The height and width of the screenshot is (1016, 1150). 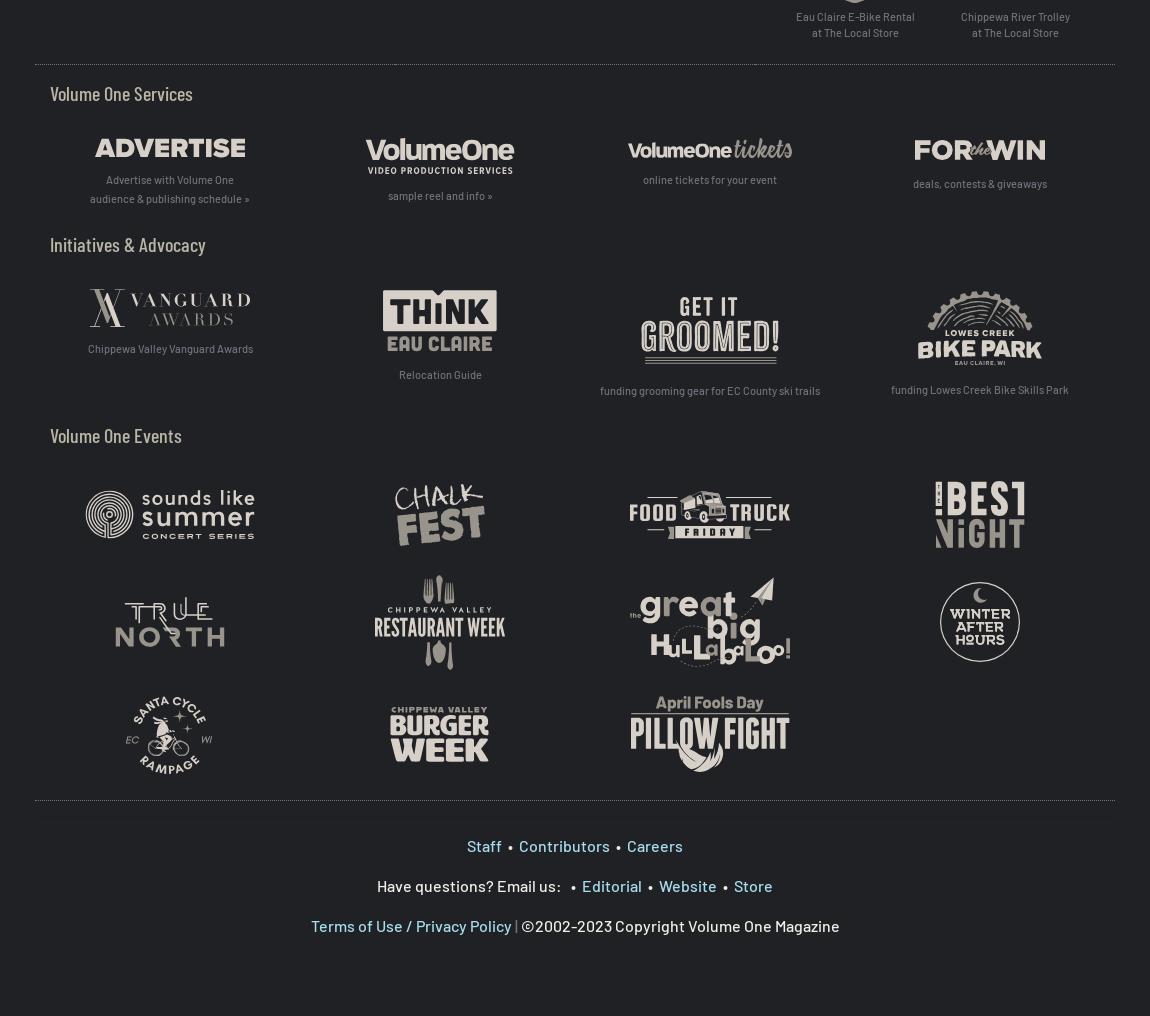 What do you see at coordinates (564, 844) in the screenshot?
I see `'Contributors'` at bounding box center [564, 844].